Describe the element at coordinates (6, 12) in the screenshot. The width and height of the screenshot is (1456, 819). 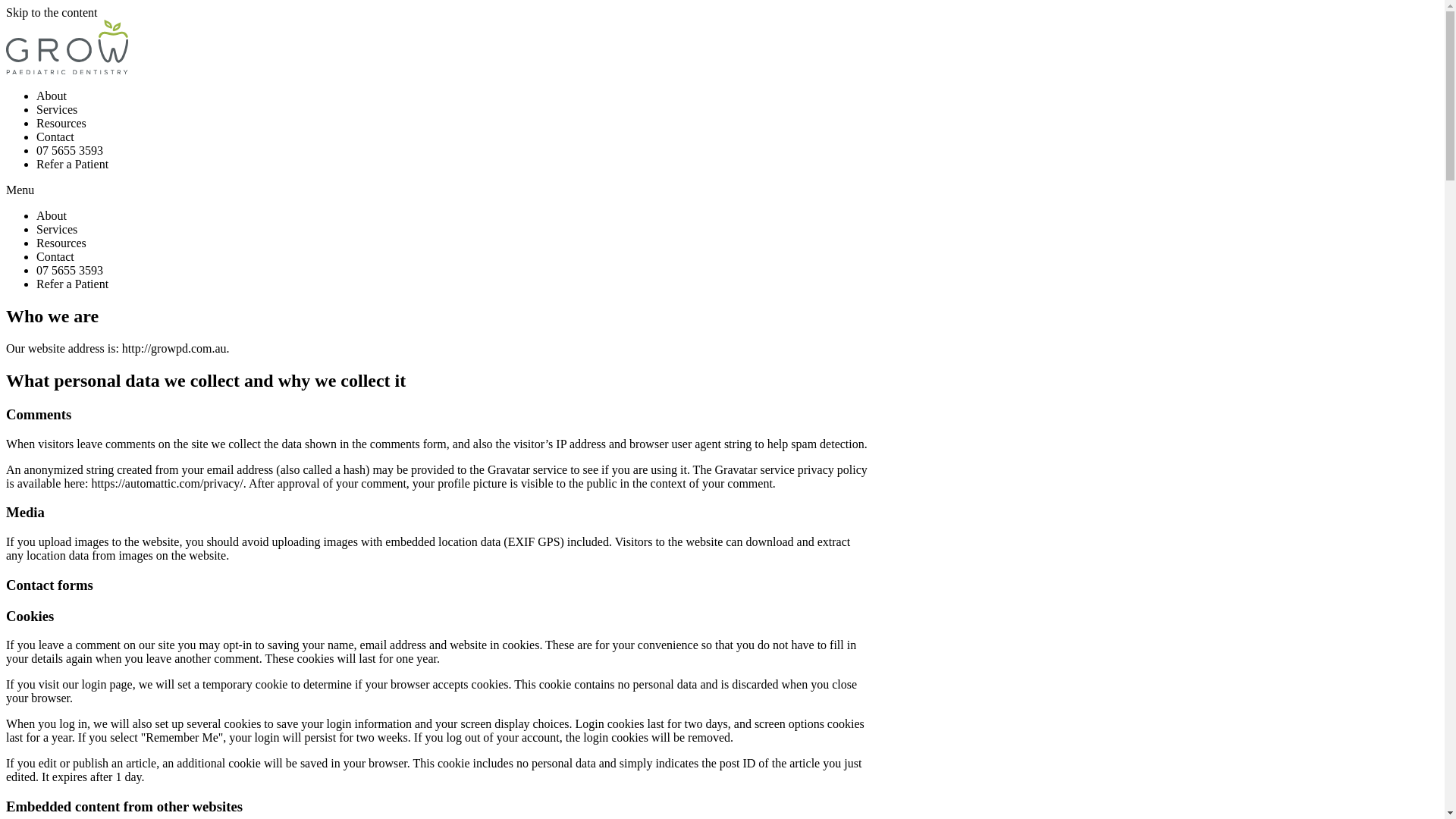
I see `'Skip to the content'` at that location.